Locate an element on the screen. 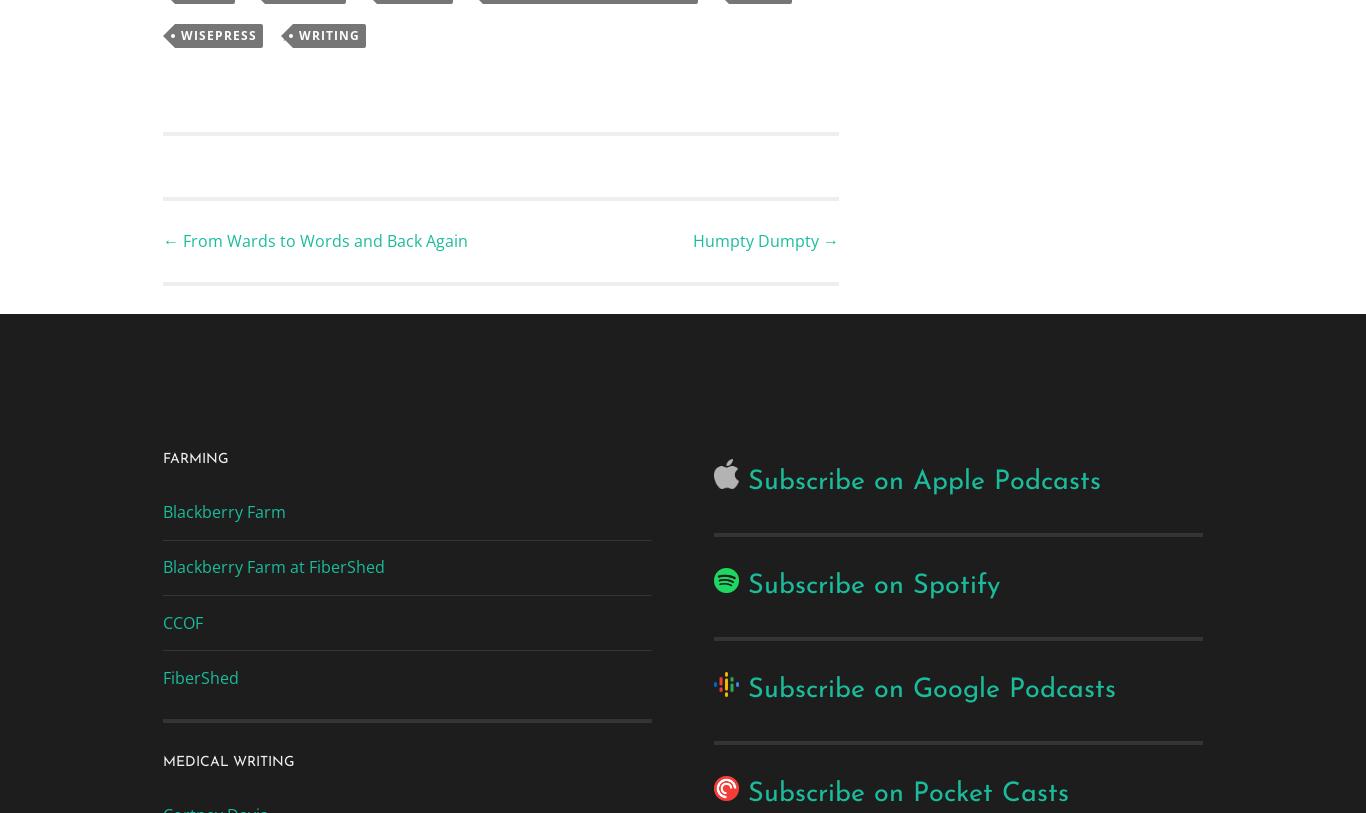 The height and width of the screenshot is (813, 1366). 'CCOF' is located at coordinates (182, 622).